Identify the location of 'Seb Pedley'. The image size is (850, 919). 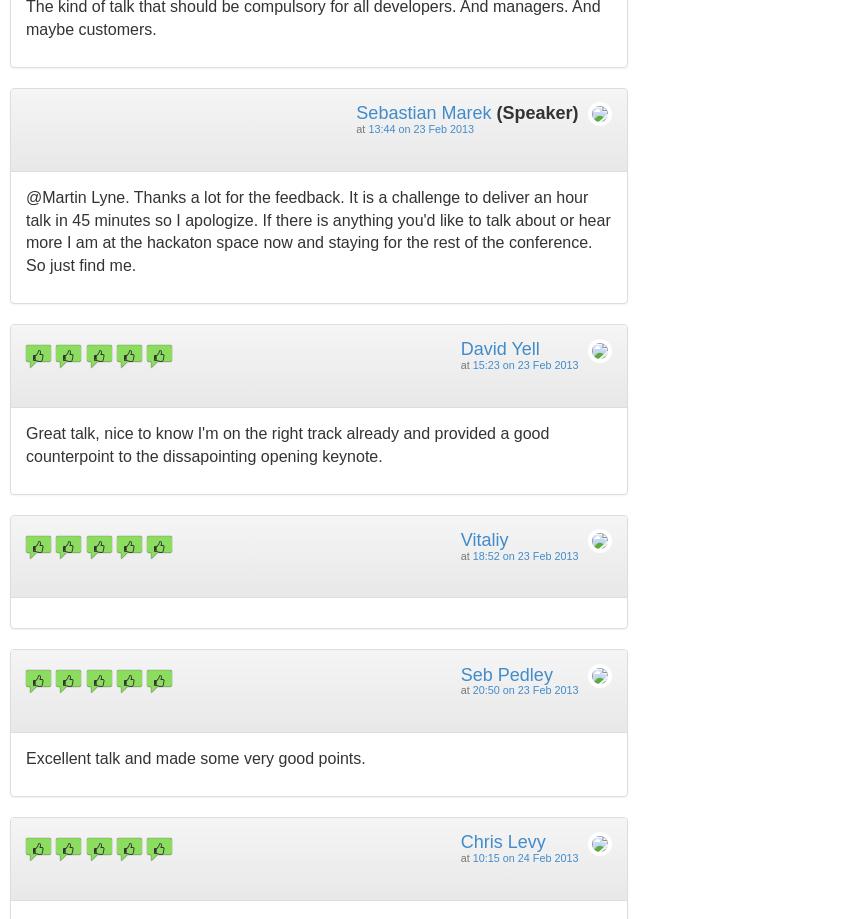
(506, 672).